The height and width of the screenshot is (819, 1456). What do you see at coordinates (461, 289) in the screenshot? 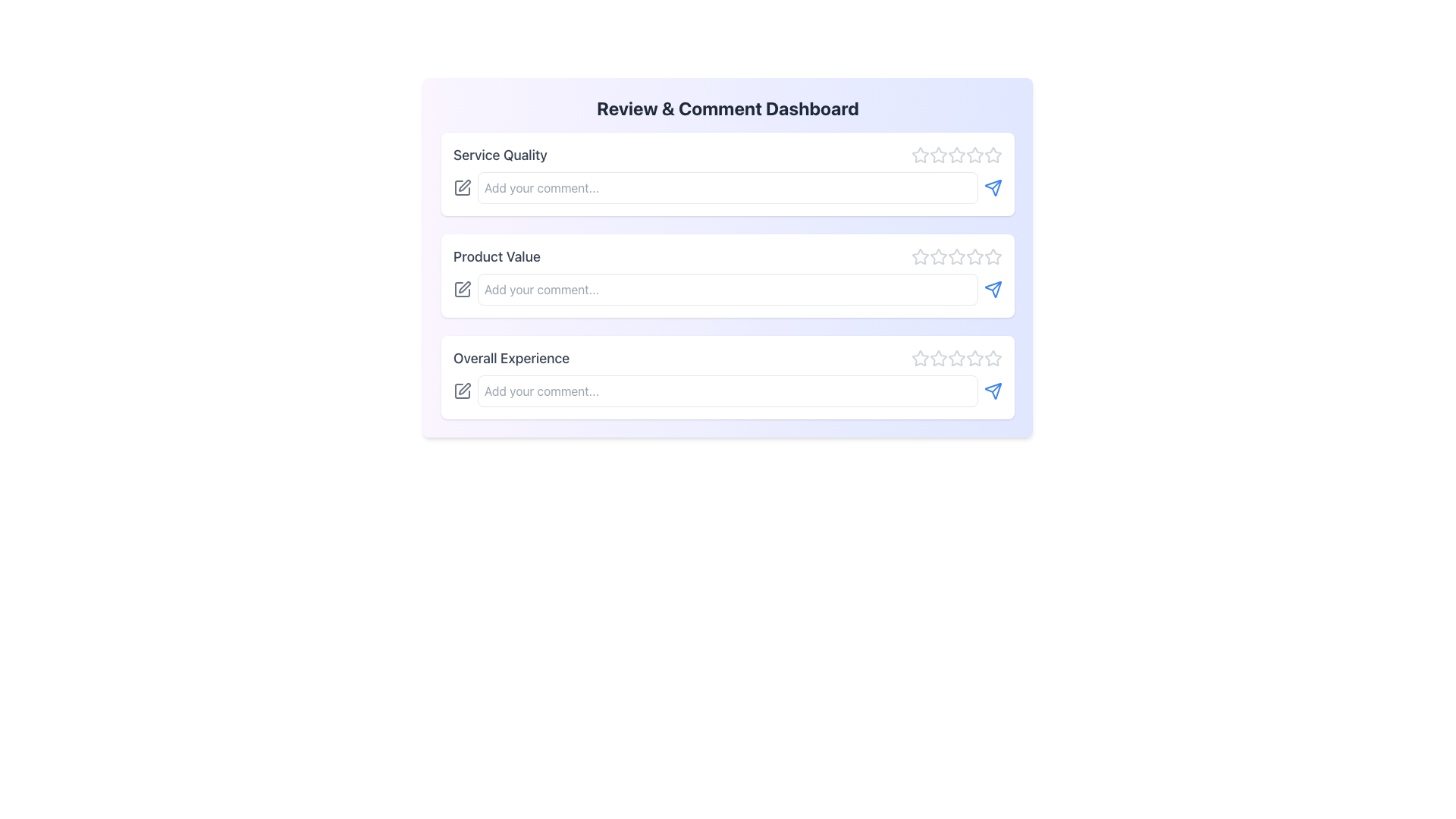
I see `the editing icon located to the left of the comment text box in the second row of the 'Product Value' section to initiate the edit function` at bounding box center [461, 289].